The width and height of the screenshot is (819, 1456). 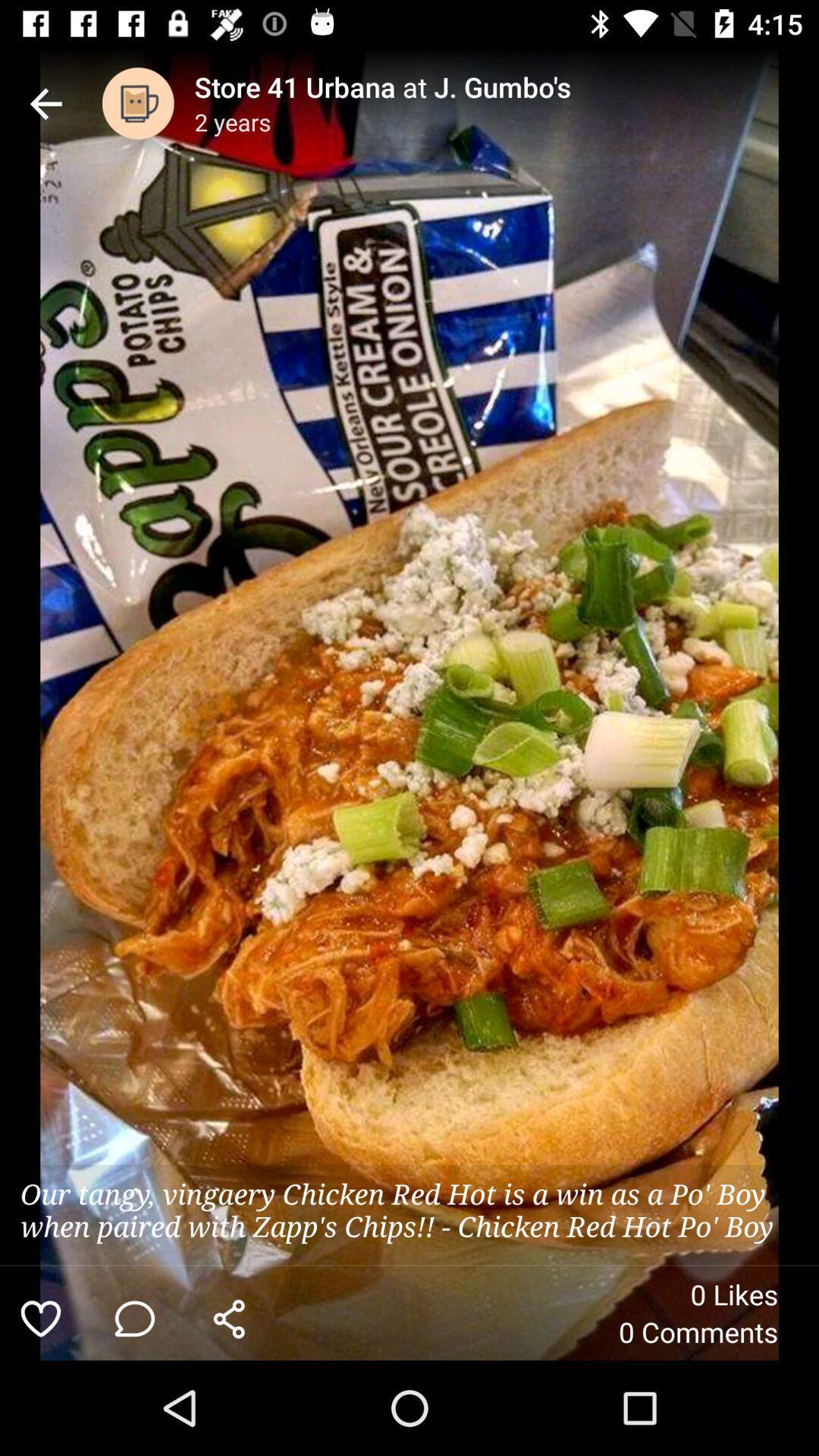 I want to click on the item next to 0 comments, so click(x=229, y=1317).